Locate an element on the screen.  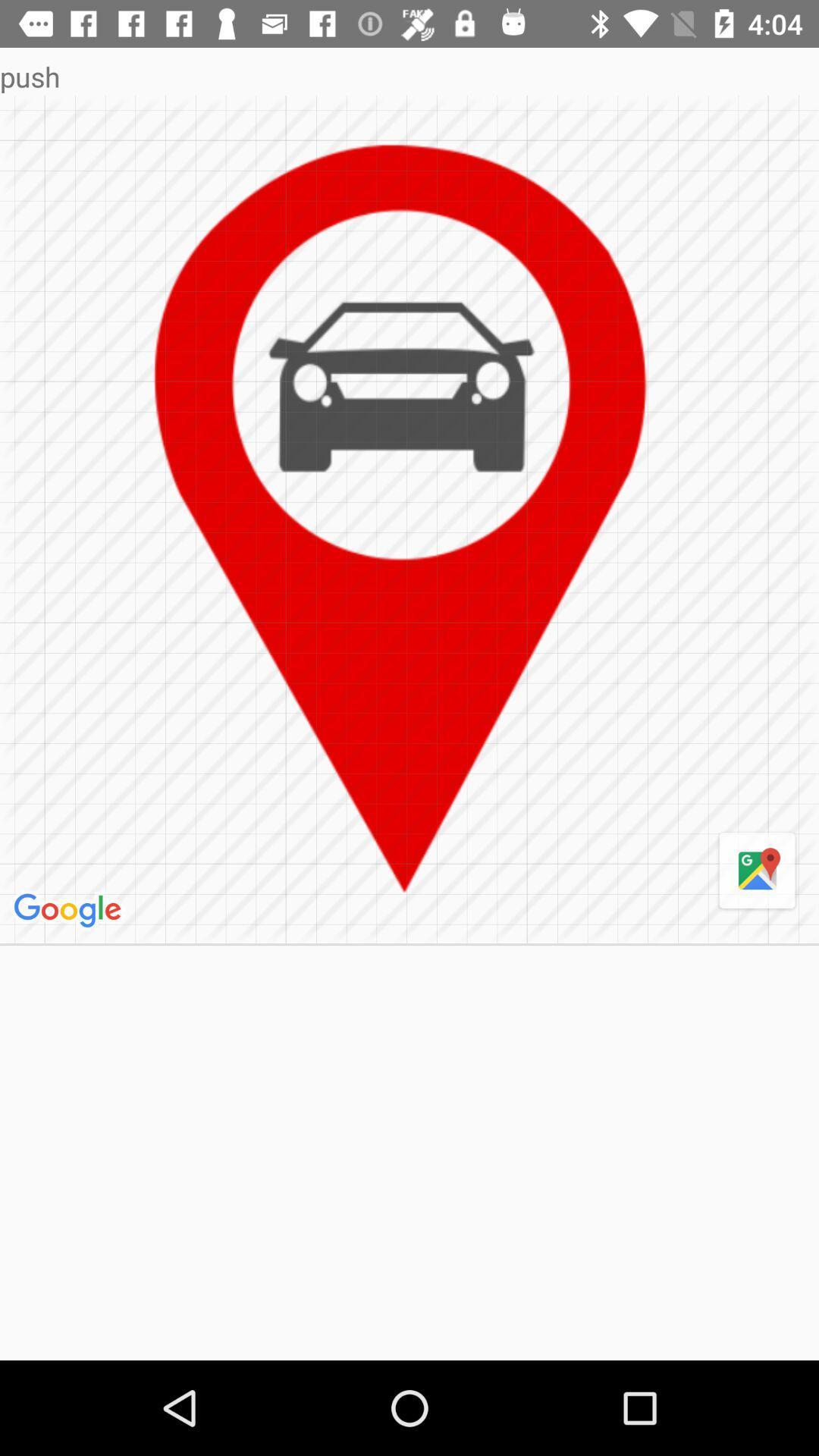
item below push is located at coordinates (70, 910).